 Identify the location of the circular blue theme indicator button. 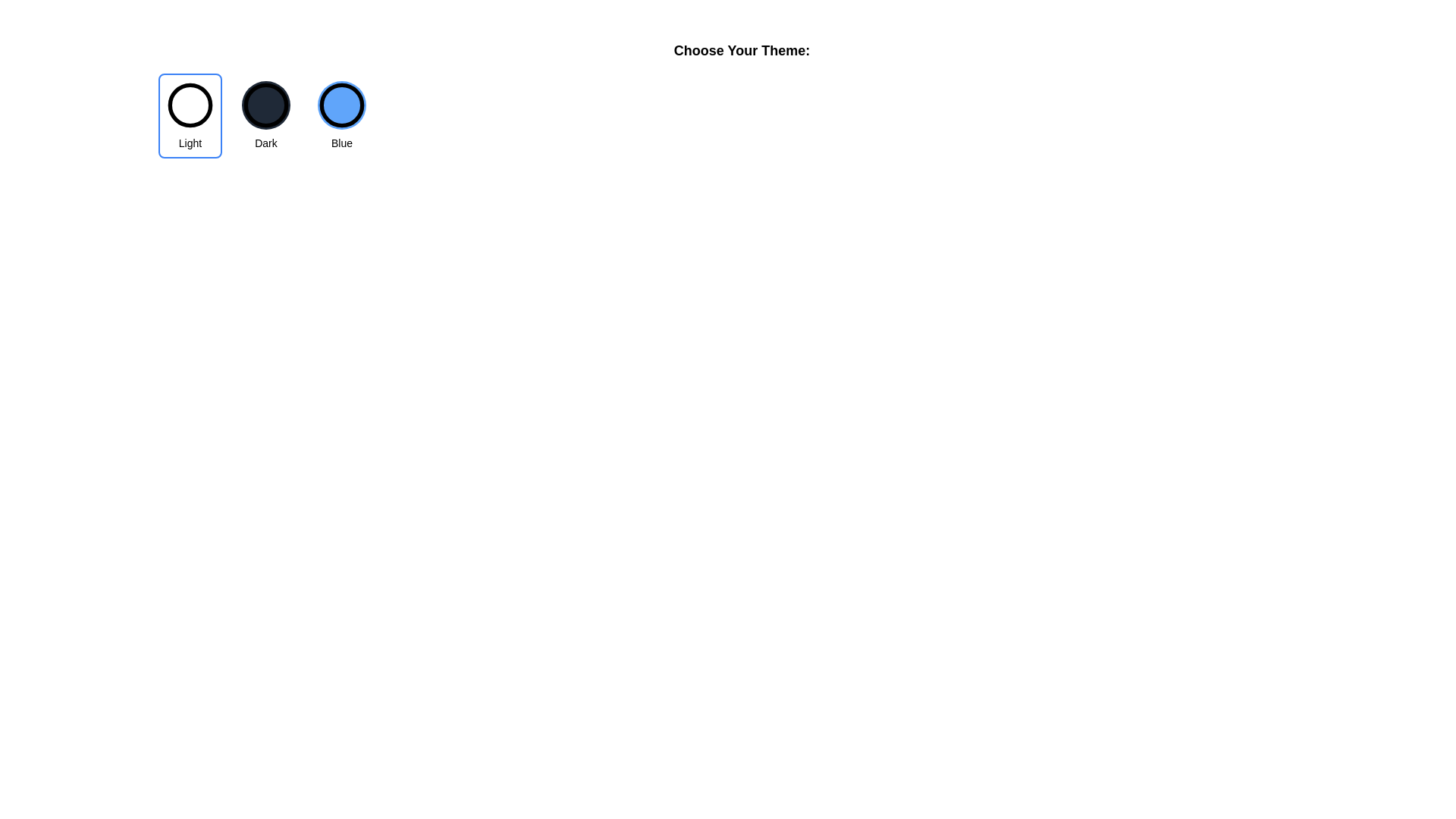
(341, 104).